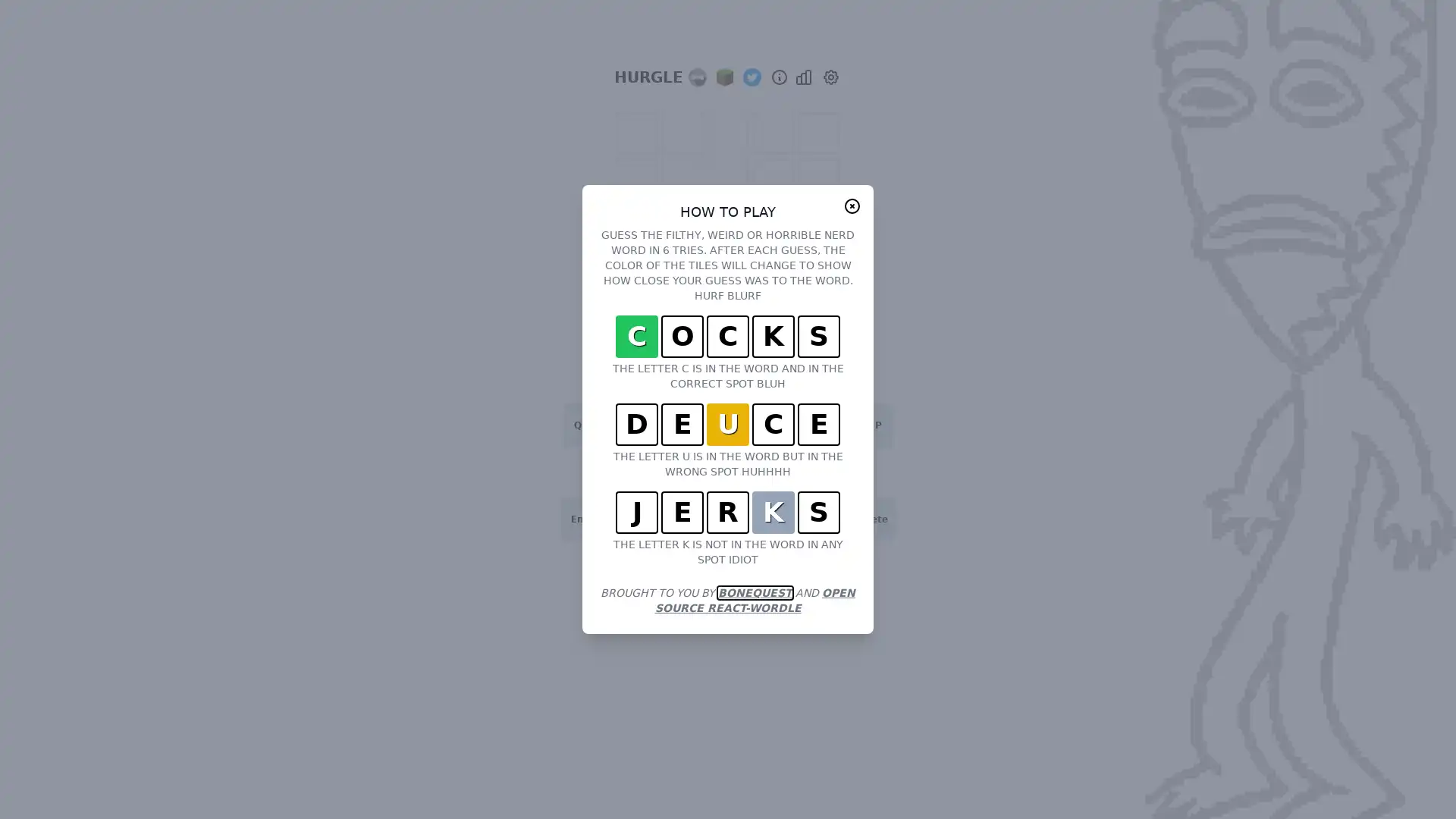  I want to click on B, so click(761, 519).